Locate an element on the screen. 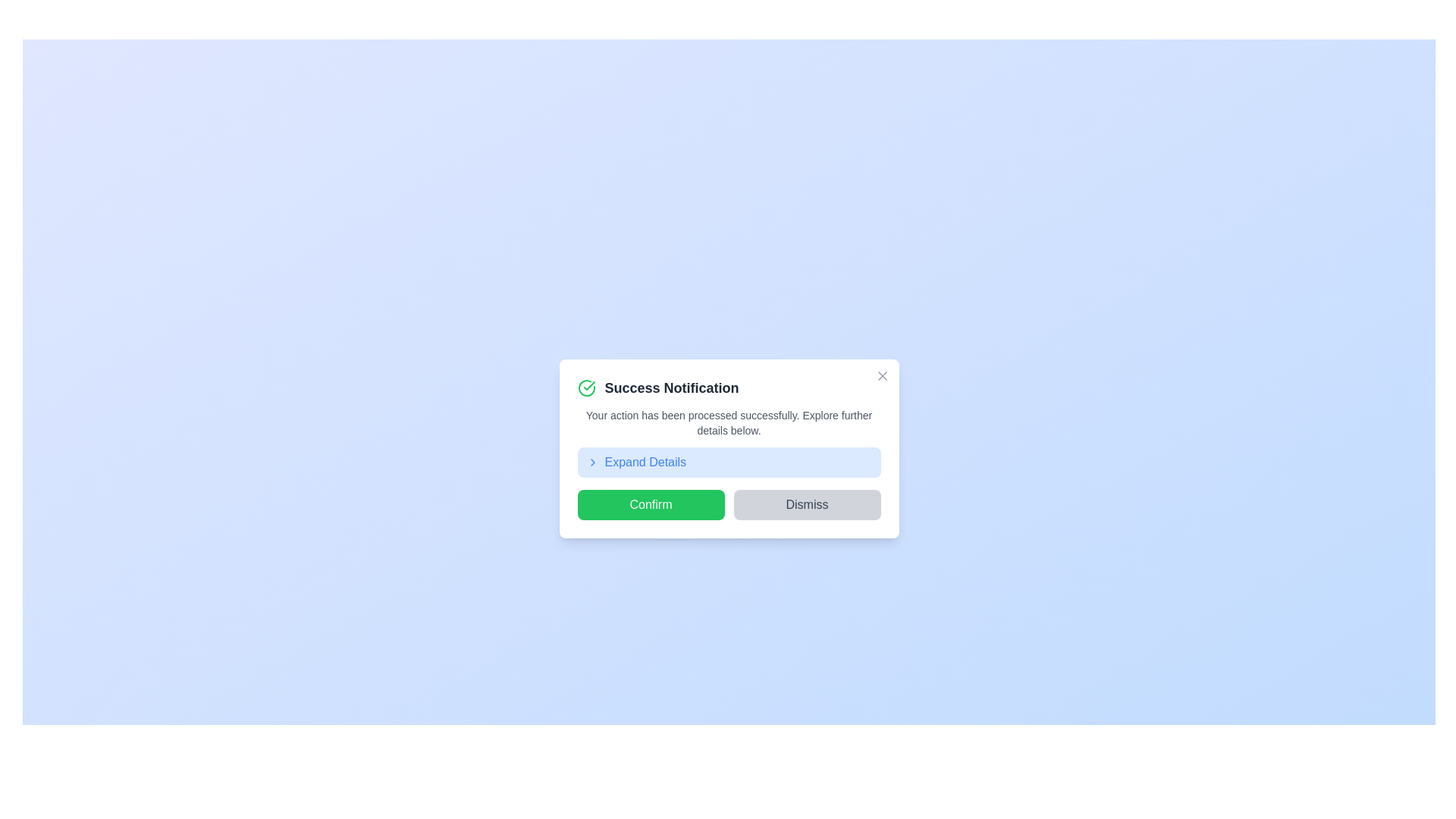 Image resolution: width=1456 pixels, height=819 pixels. 'Dismiss' button to close the notification is located at coordinates (806, 505).